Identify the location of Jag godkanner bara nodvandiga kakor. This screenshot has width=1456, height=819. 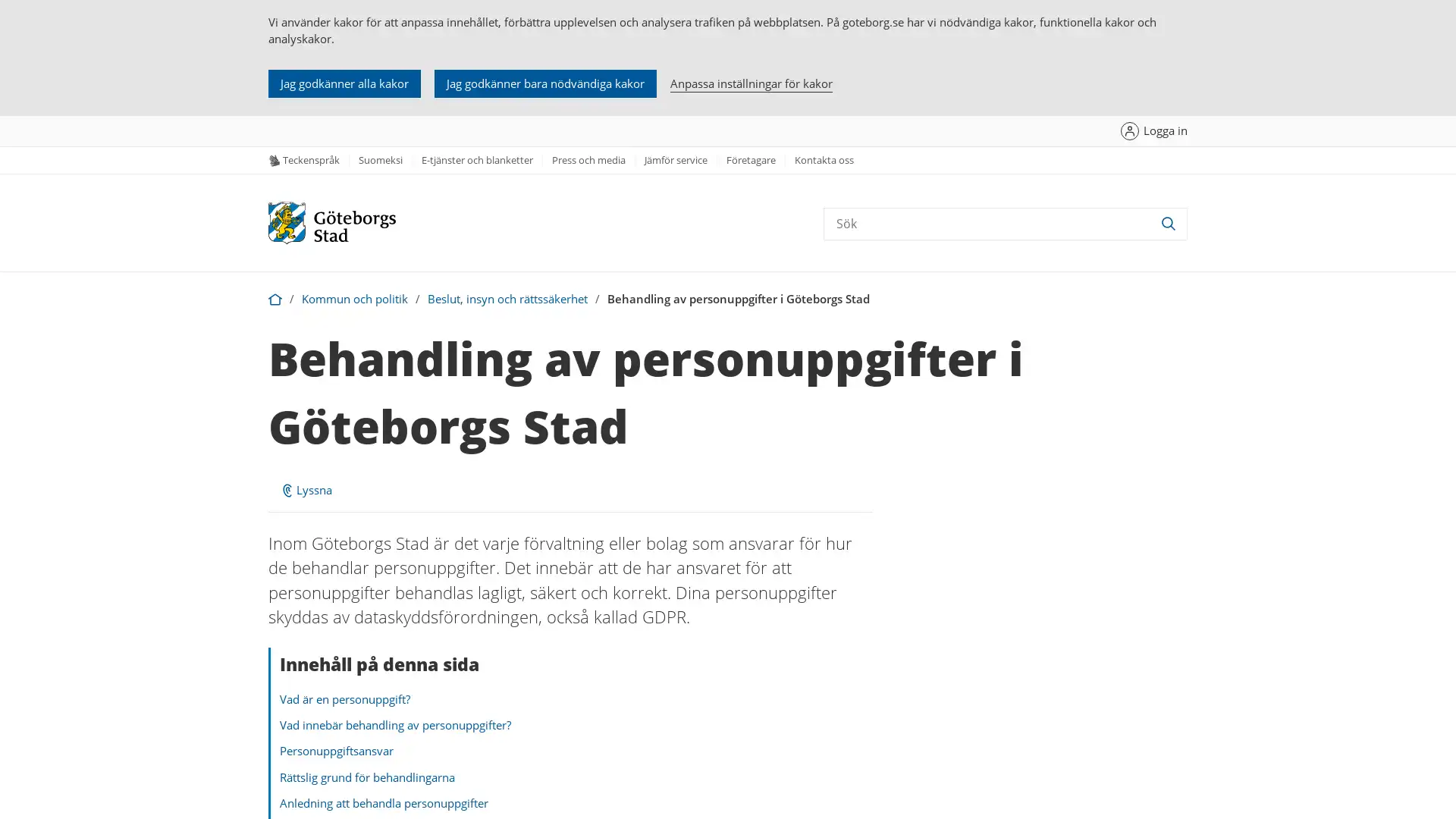
(545, 83).